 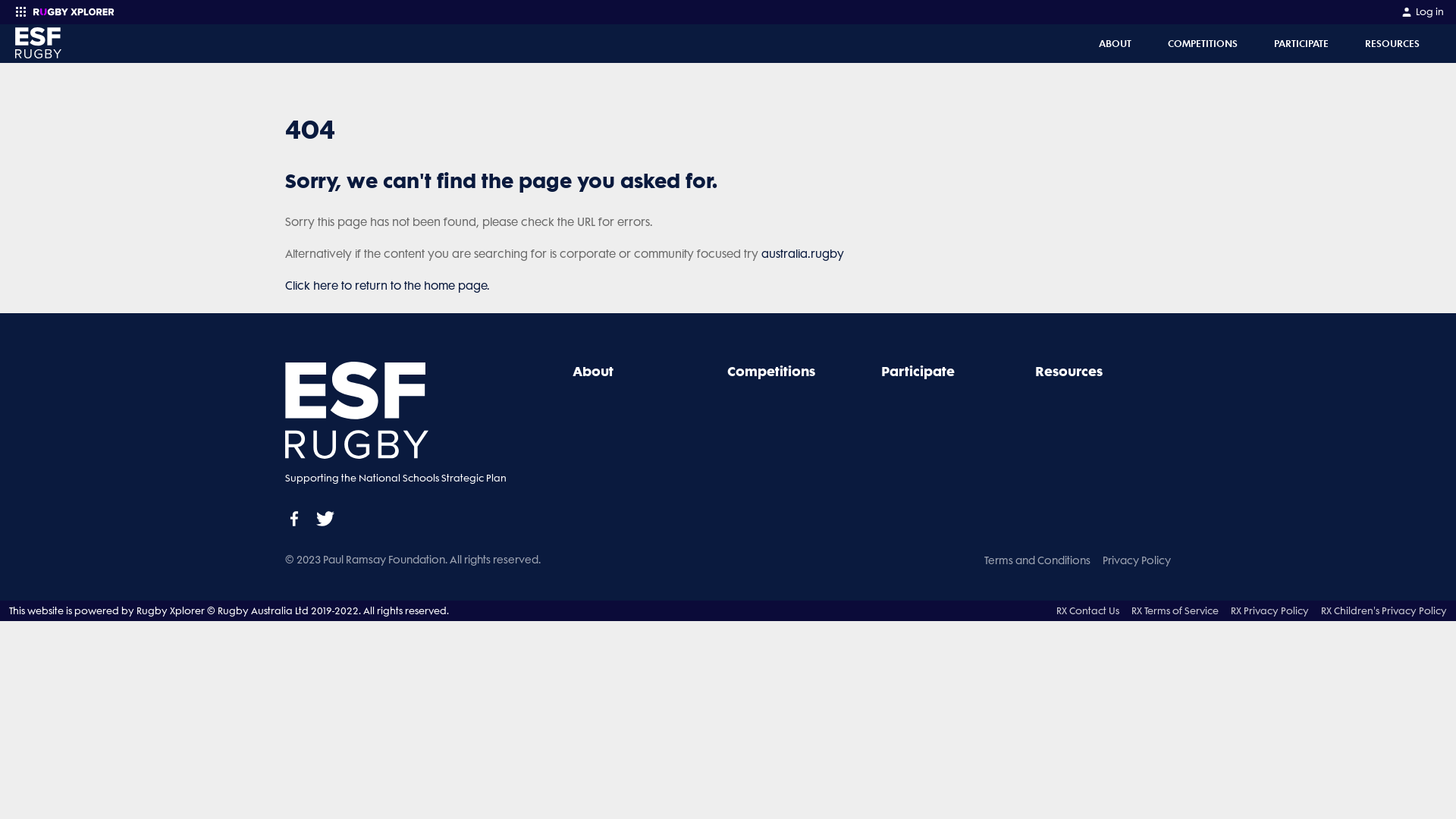 I want to click on 'My Account', so click(x=1400, y=11).